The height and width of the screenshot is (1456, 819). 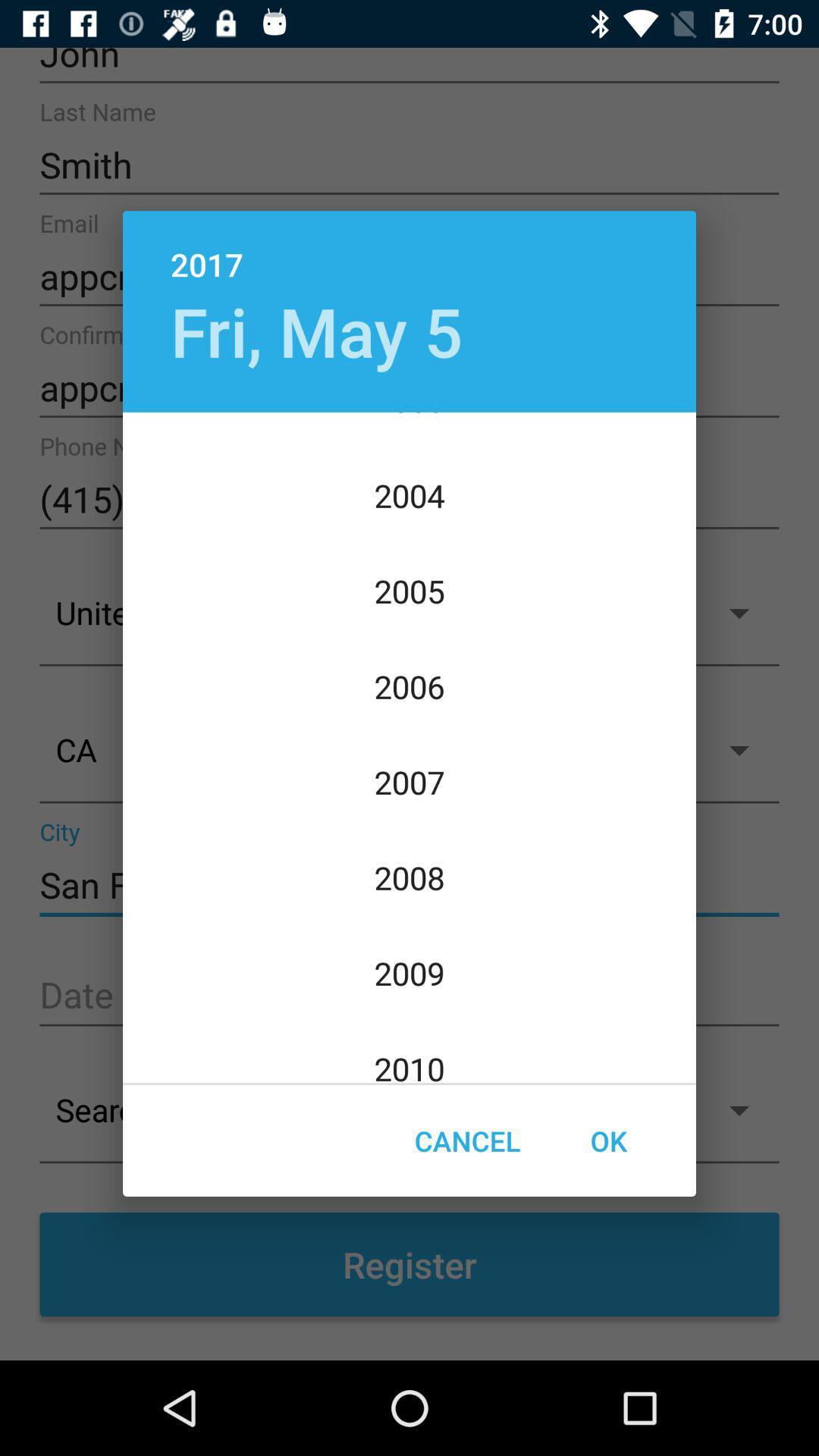 What do you see at coordinates (315, 330) in the screenshot?
I see `the icon above 2003` at bounding box center [315, 330].